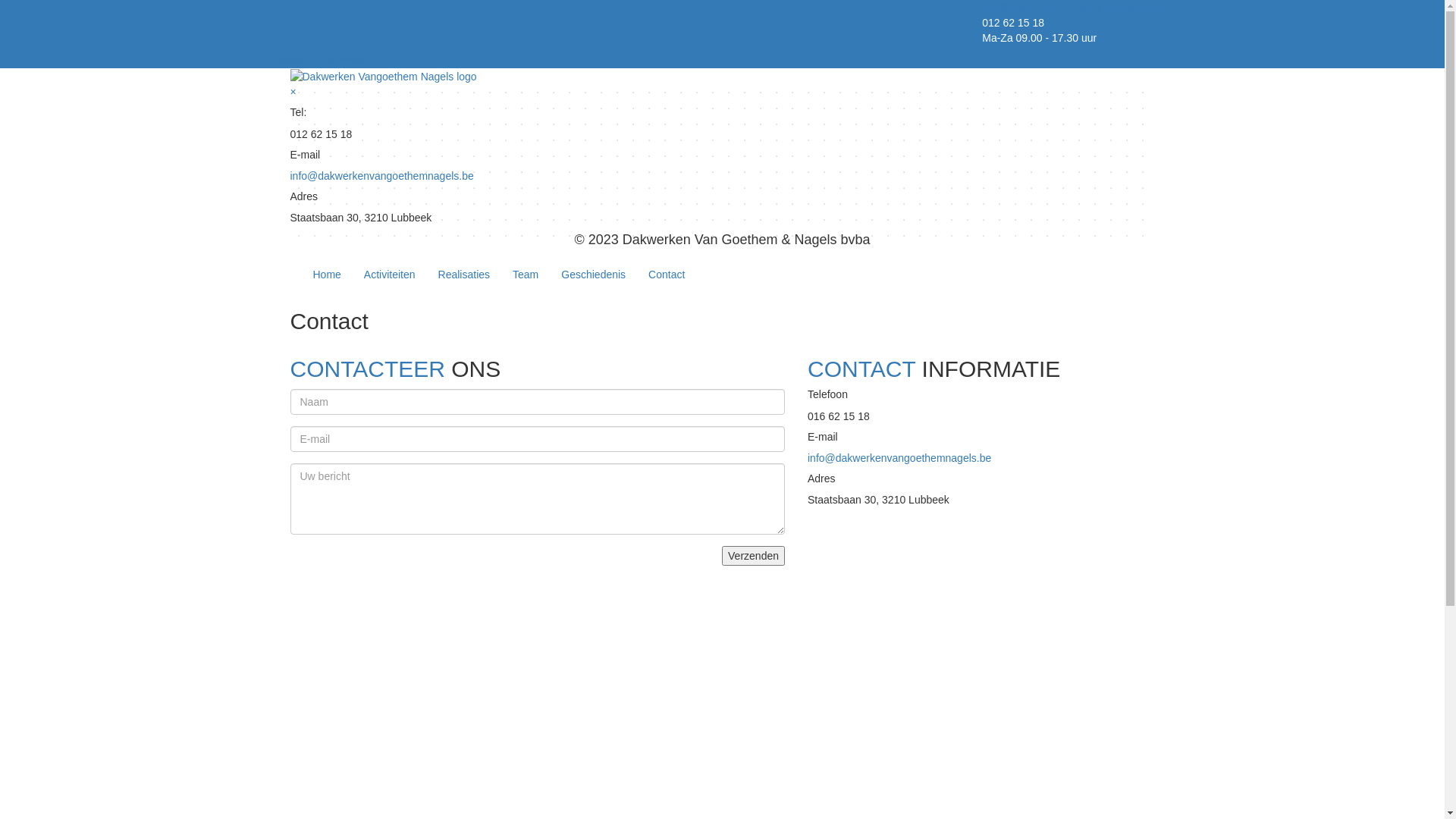  I want to click on 'Geschiedenis', so click(592, 275).